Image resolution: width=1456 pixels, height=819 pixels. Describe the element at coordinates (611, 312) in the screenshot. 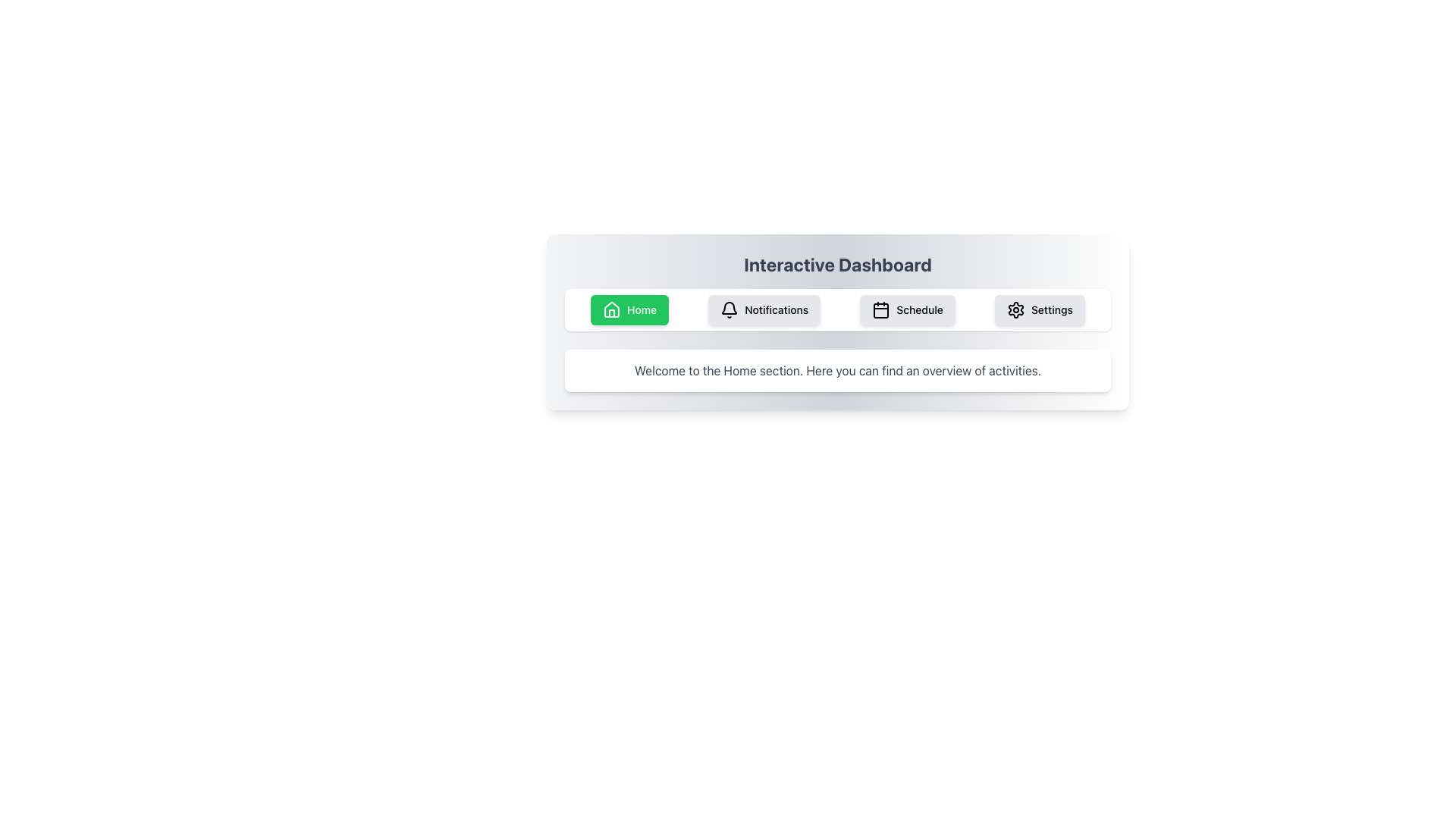

I see `the 'Home' button located in the top navigation bar, which contains the house icon with a smaller door segment` at that location.